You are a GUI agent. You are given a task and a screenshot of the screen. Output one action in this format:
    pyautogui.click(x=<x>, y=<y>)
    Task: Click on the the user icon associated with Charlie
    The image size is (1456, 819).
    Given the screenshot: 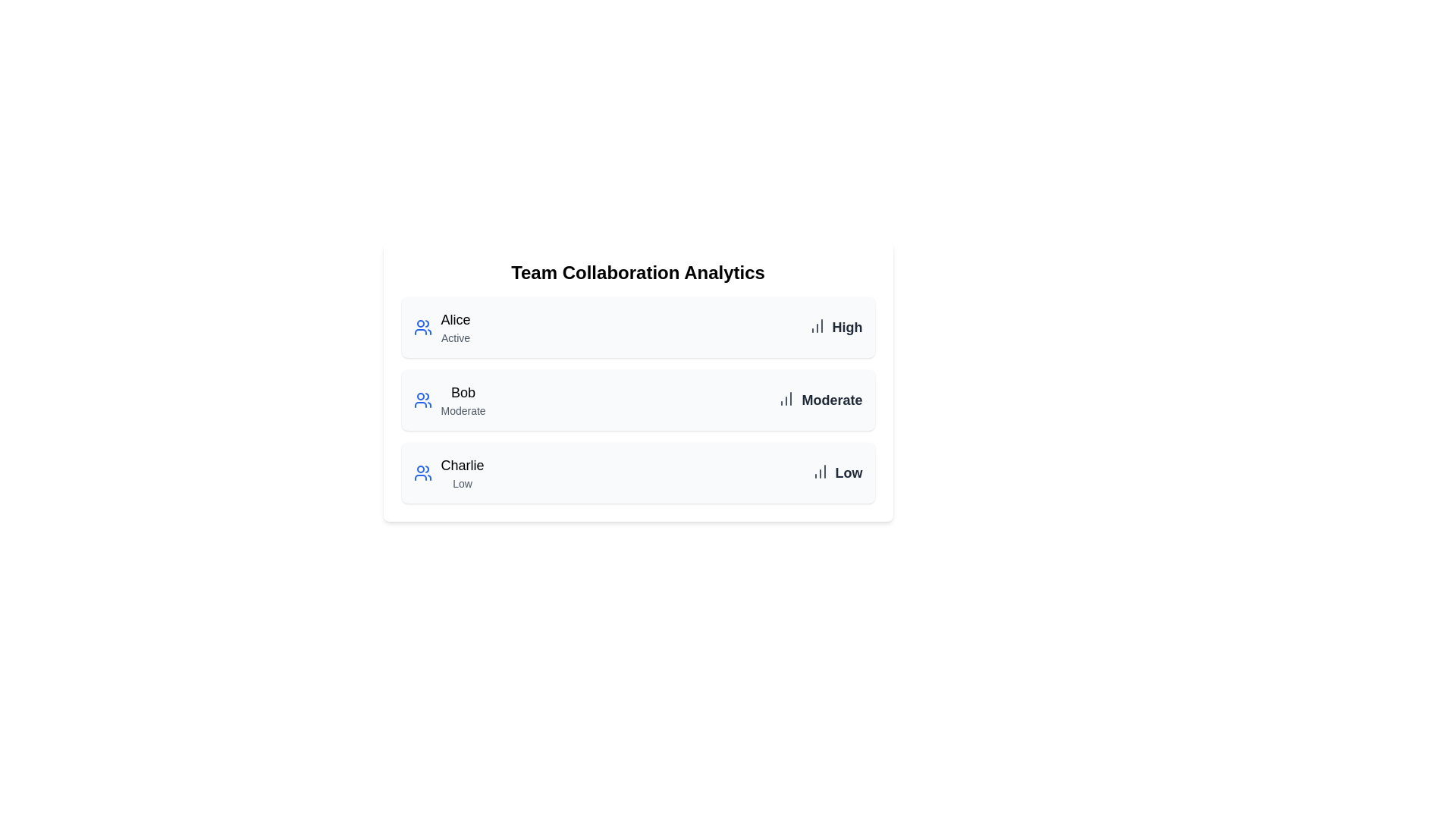 What is the action you would take?
    pyautogui.click(x=422, y=472)
    